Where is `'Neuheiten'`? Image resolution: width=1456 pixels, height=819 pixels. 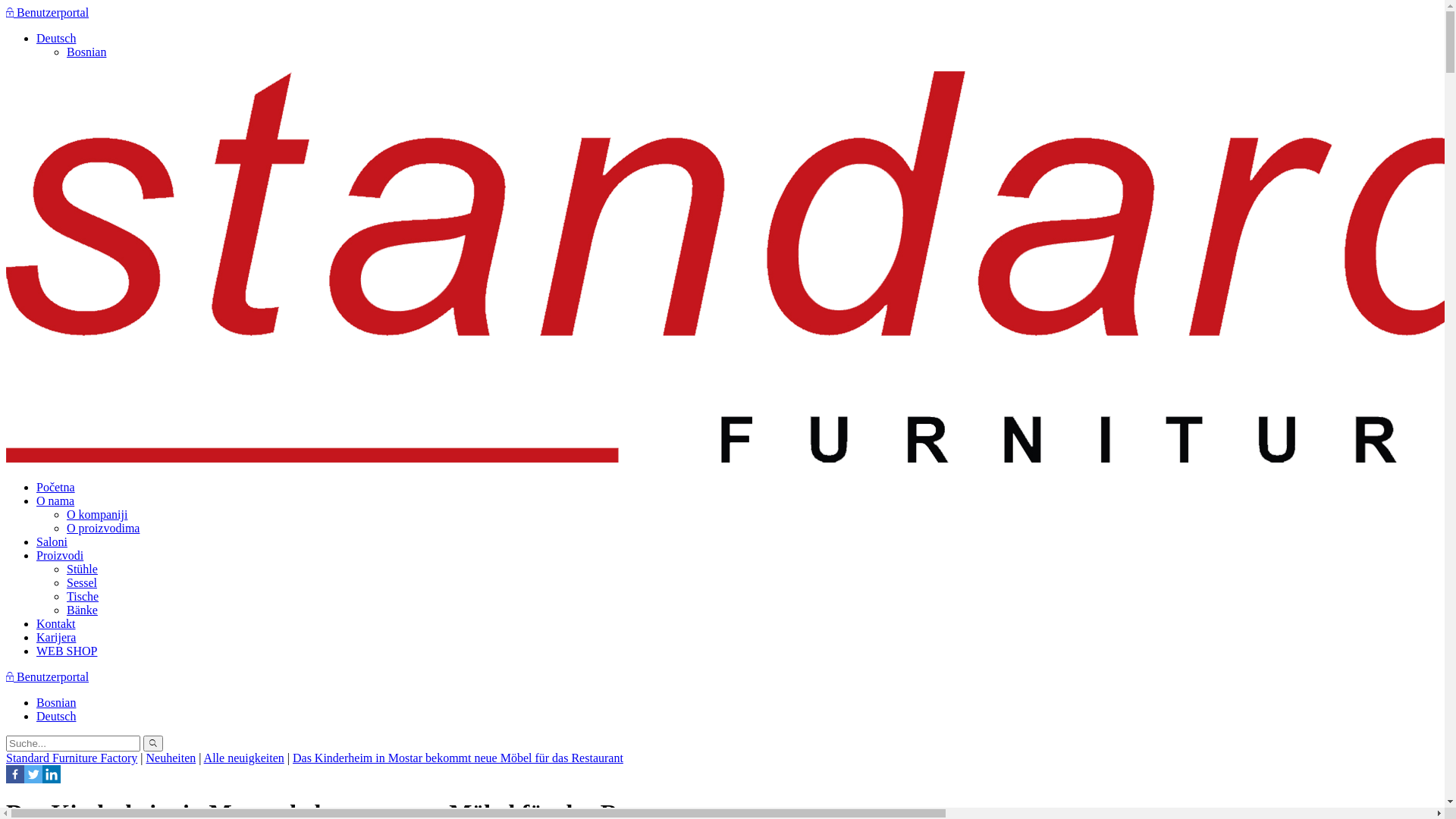 'Neuheiten' is located at coordinates (171, 758).